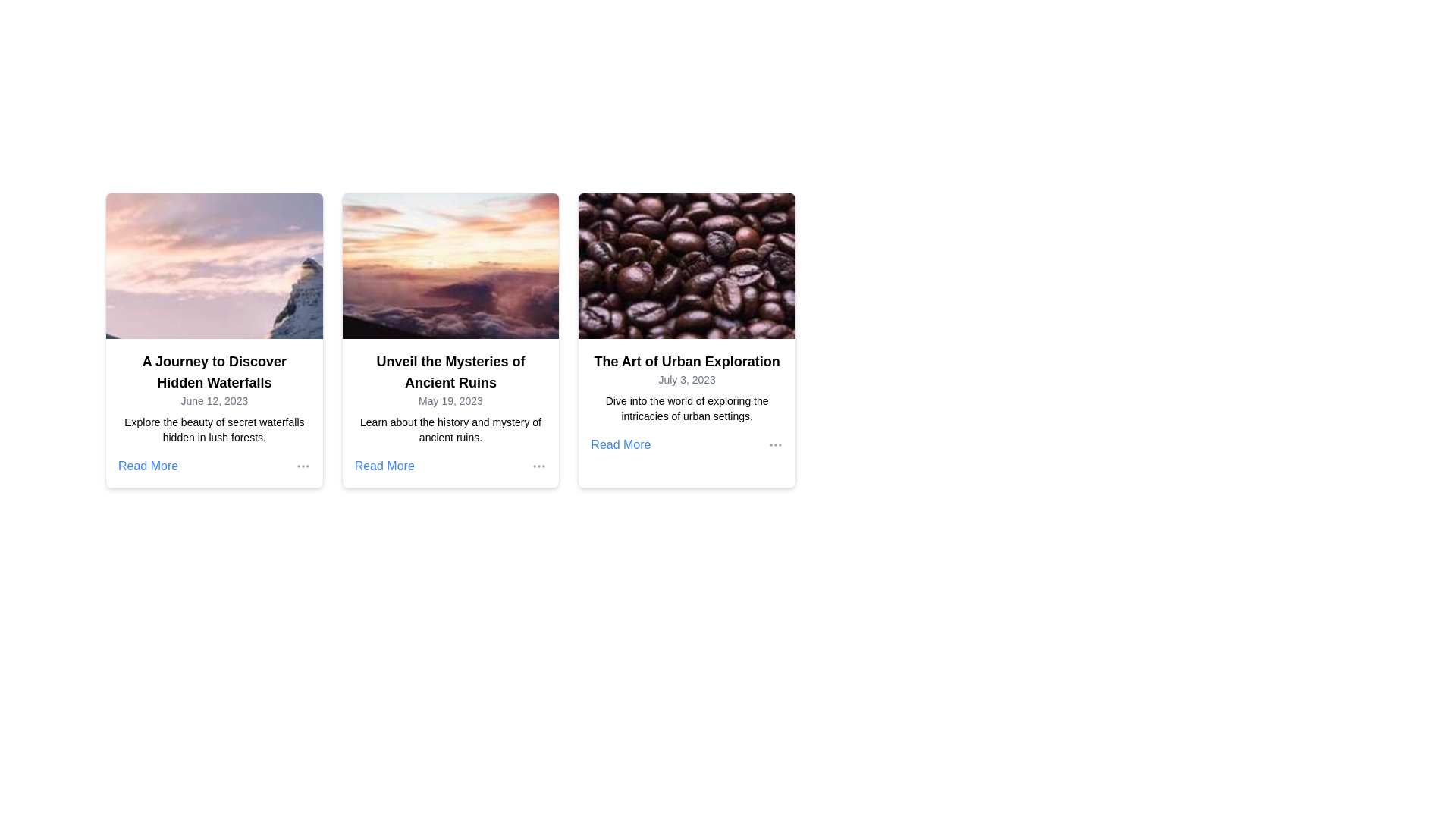  What do you see at coordinates (775, 444) in the screenshot?
I see `the Ellipsis menu icon located in the bottom-right corner of the 'The Art of Urban Exploration' card` at bounding box center [775, 444].